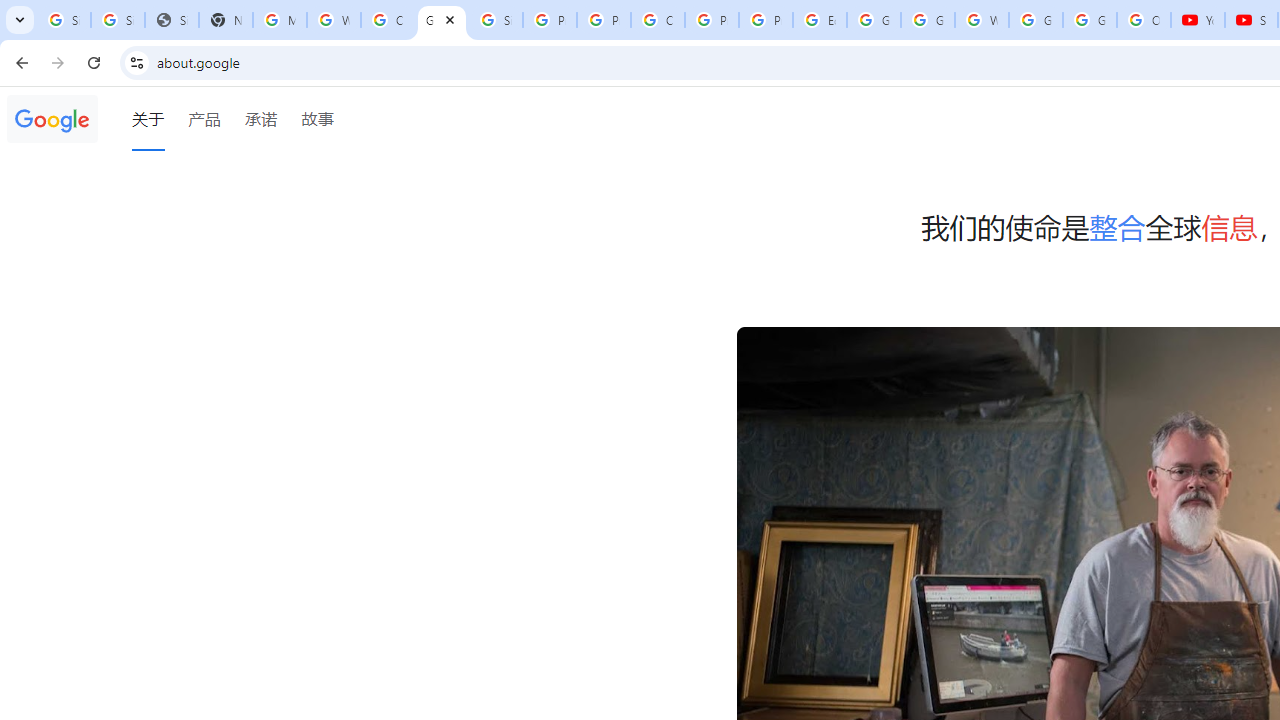 This screenshot has height=720, width=1280. Describe the element at coordinates (135, 61) in the screenshot. I see `'View site information'` at that location.